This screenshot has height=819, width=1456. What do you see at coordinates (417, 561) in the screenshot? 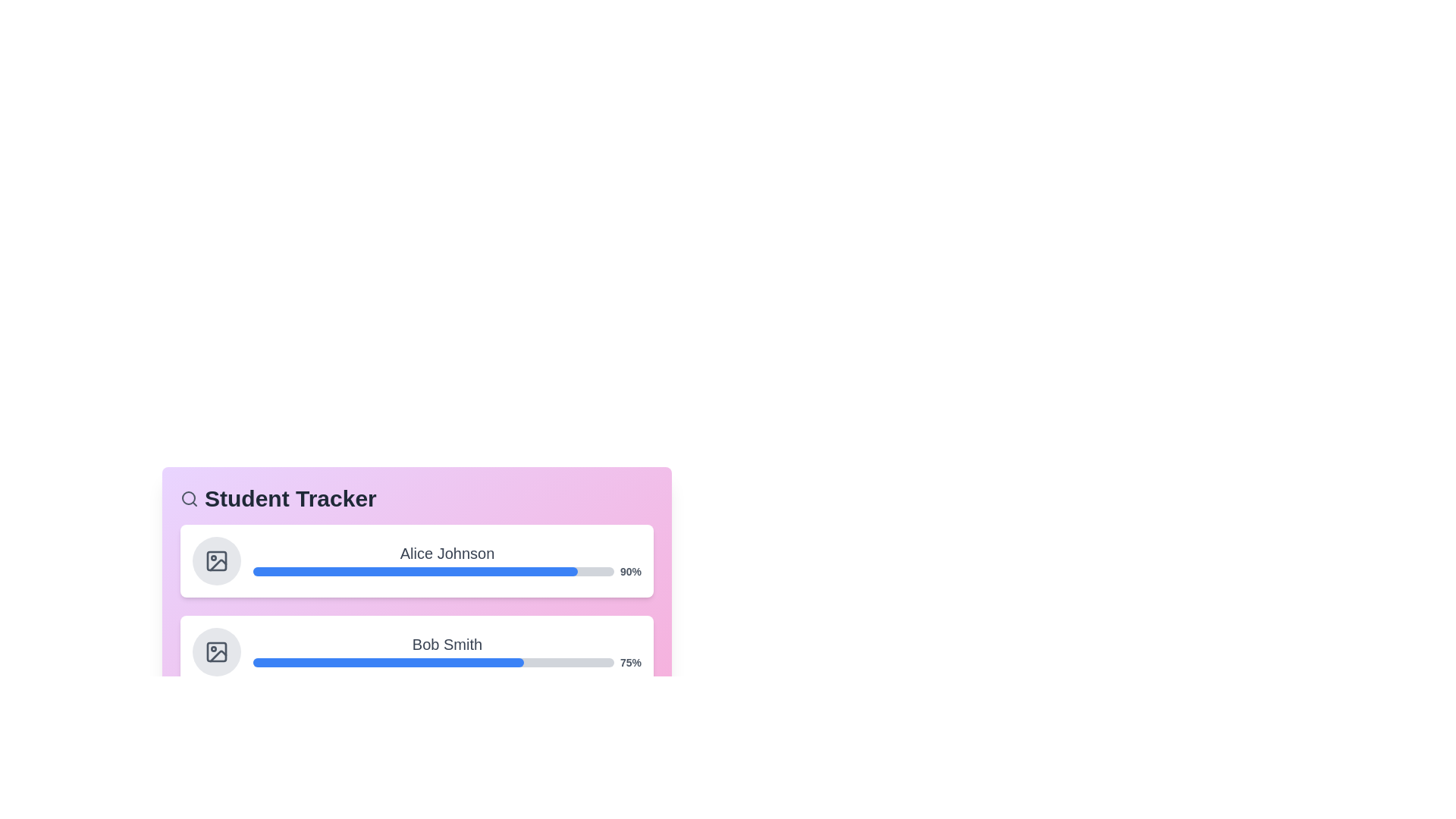
I see `the progress bar of Alice Johnson to view their details` at bounding box center [417, 561].